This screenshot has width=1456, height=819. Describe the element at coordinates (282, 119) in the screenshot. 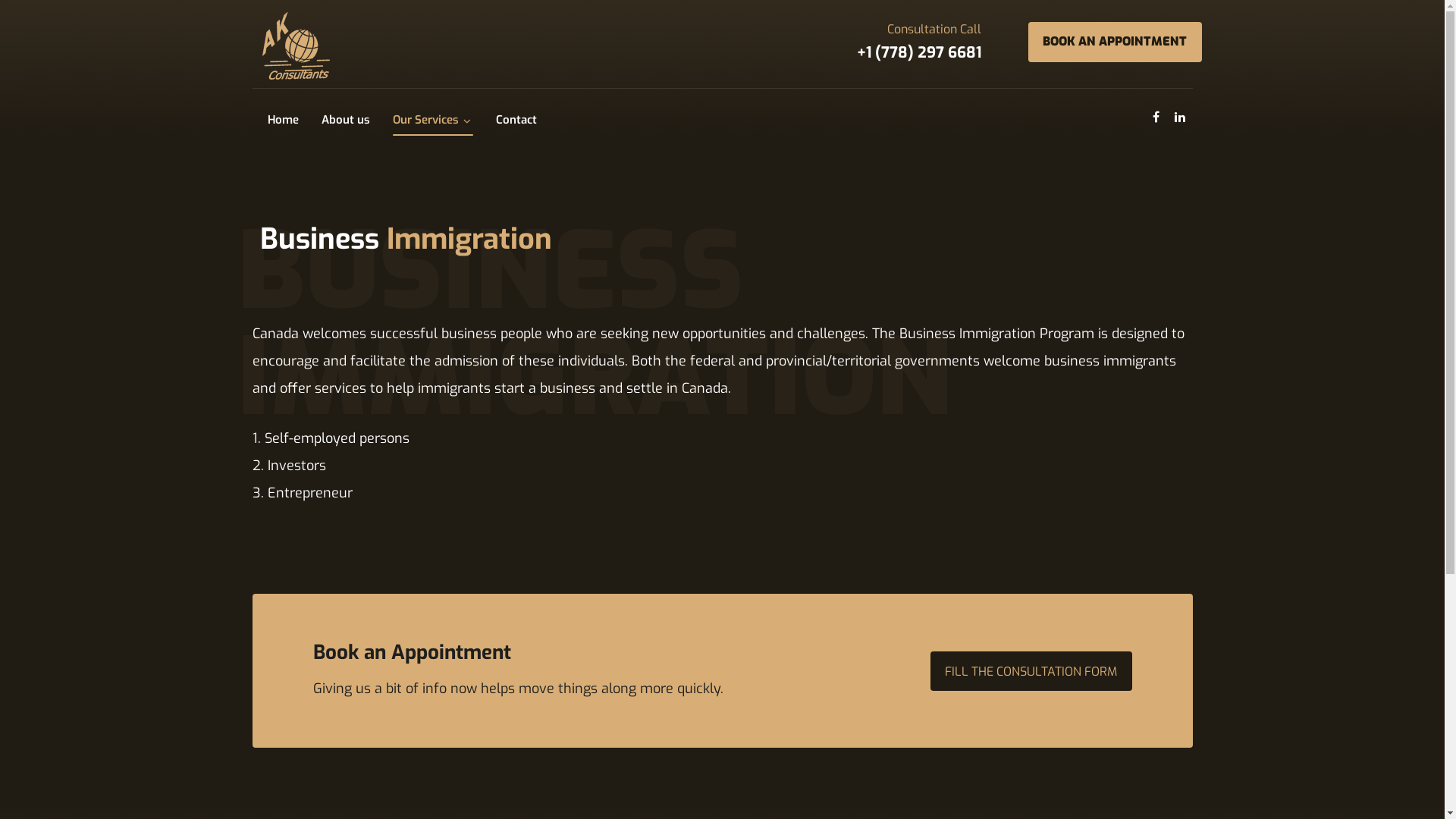

I see `'Home'` at that location.